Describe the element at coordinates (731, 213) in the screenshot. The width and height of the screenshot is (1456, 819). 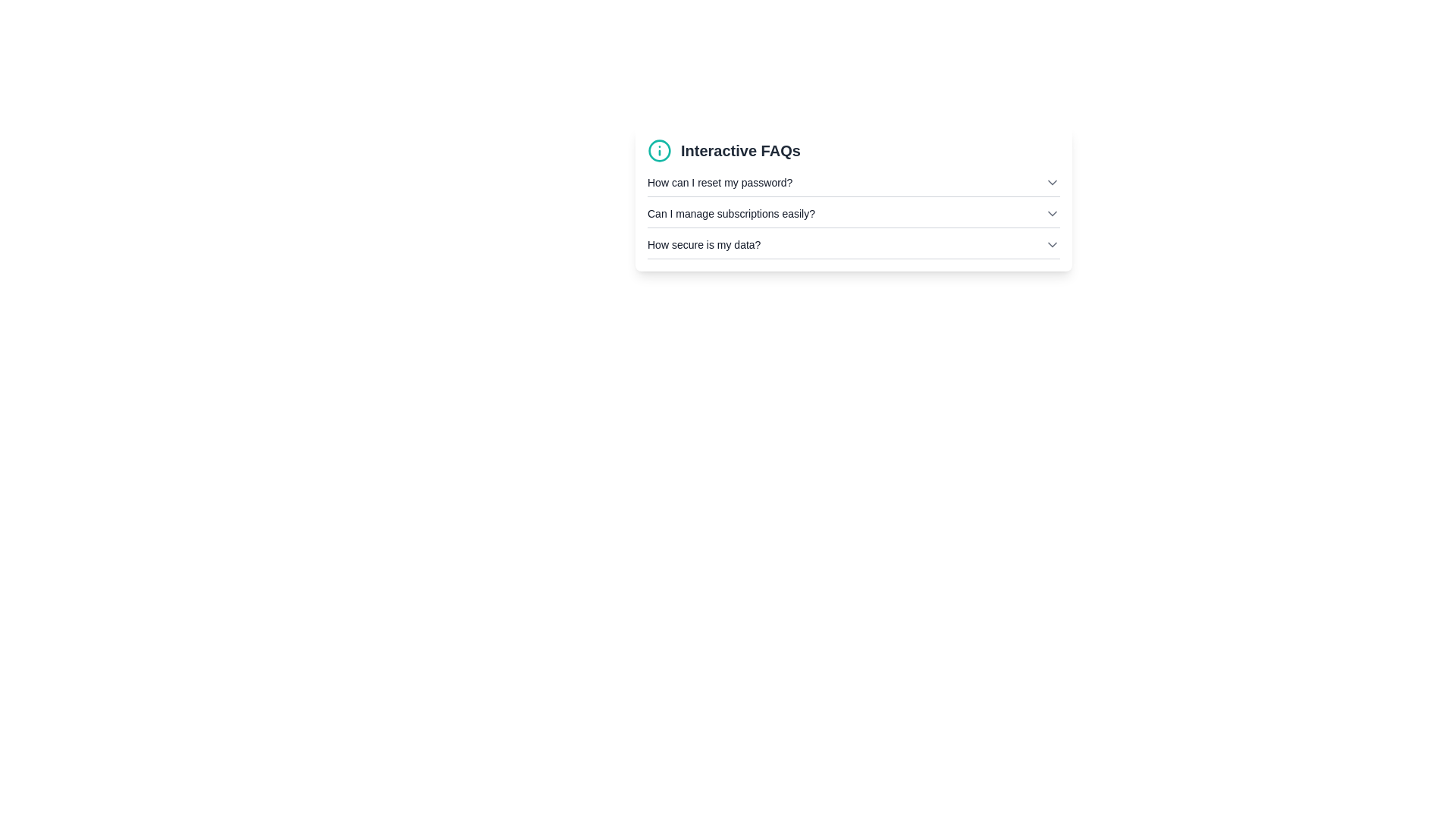
I see `the text label that reads 'Can I manage subscriptions easily?' which is the second line in the FAQ list` at that location.